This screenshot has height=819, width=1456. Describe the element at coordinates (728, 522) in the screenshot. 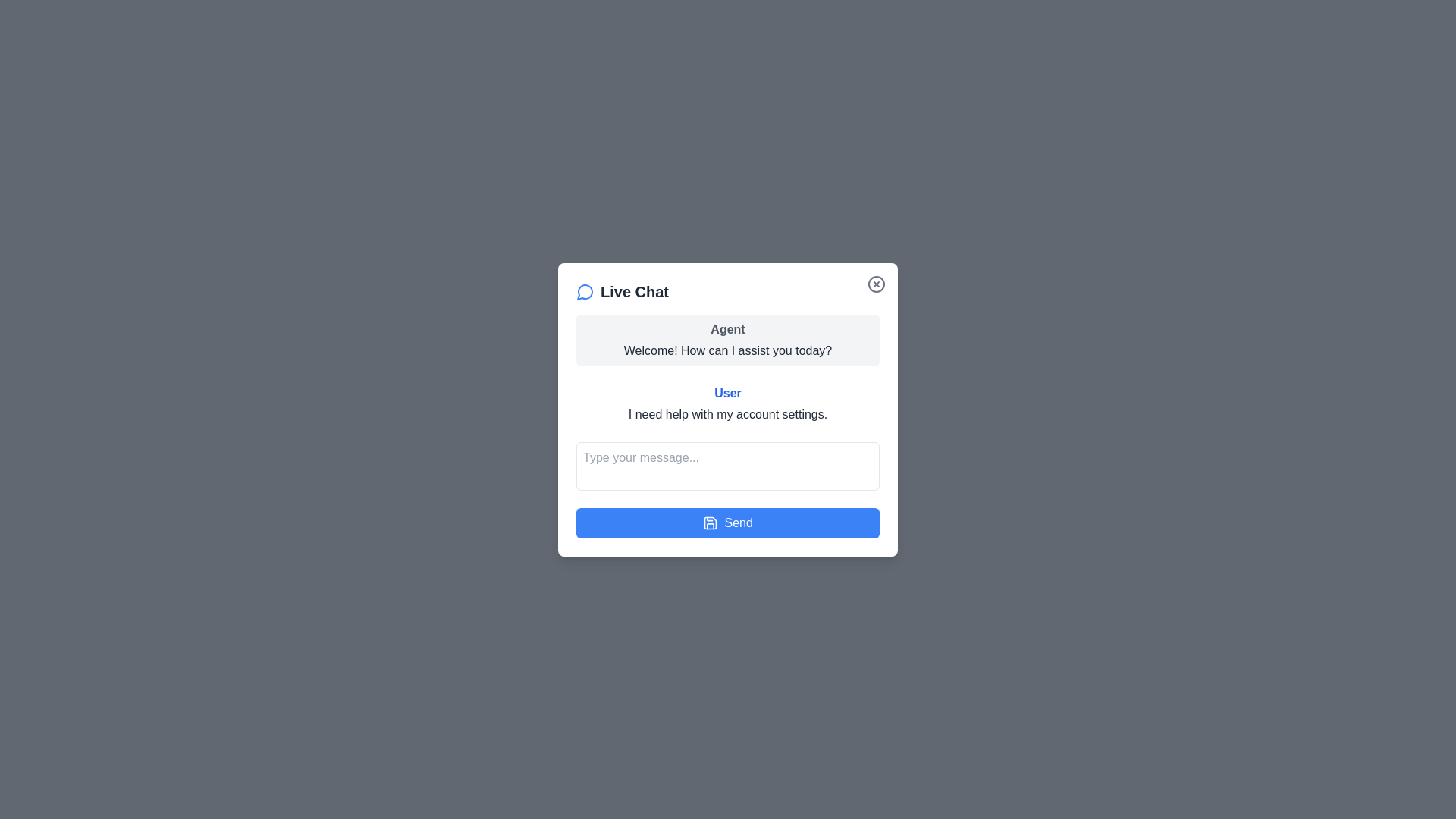

I see `'Send' button to send the typed message` at that location.